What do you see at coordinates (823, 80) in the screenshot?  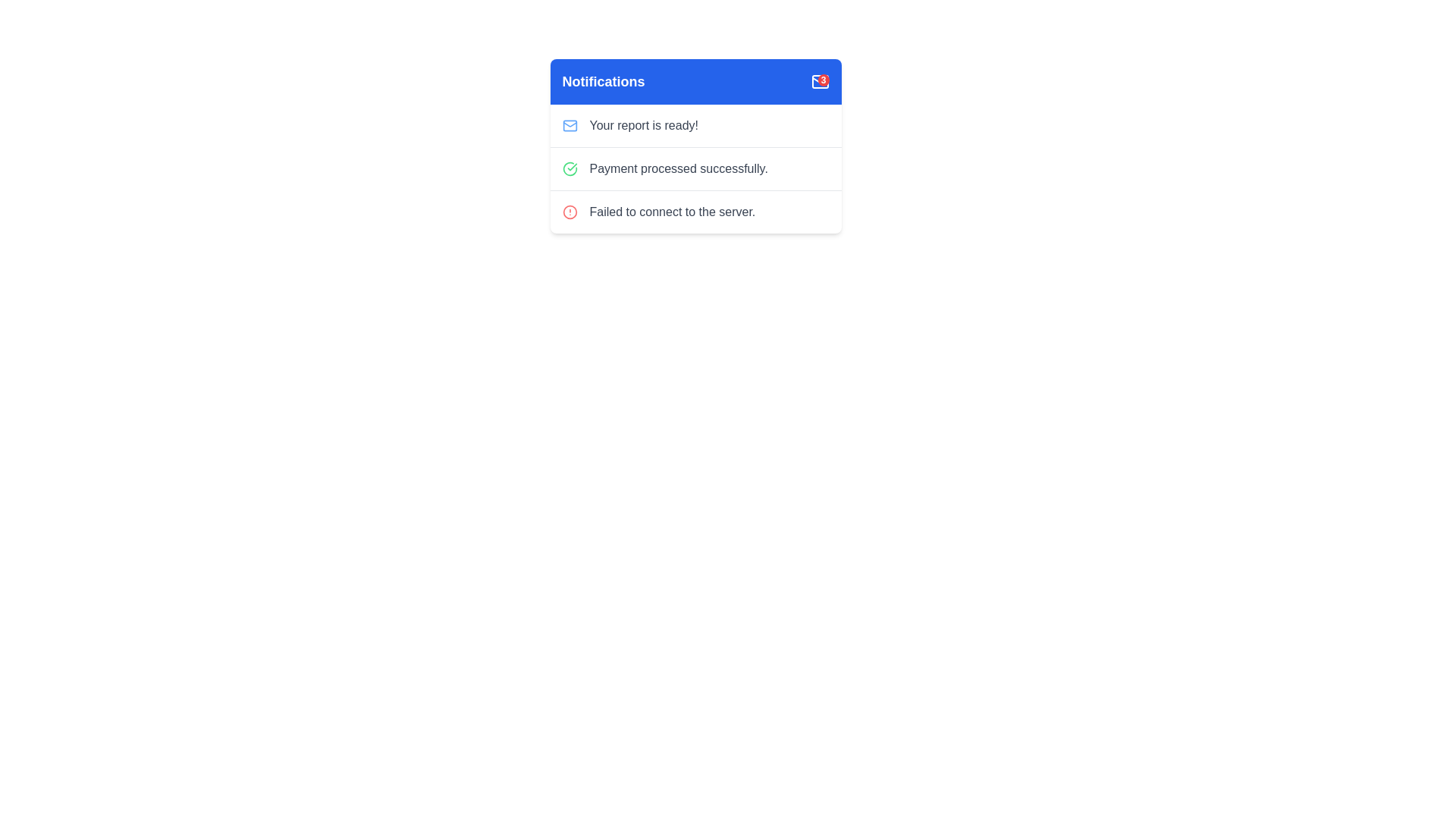 I see `the Notification Badge, which is a small circular badge with a red background and white text displaying the number '3', located in the top-right corner of the notification icon inside the blue notification header box` at bounding box center [823, 80].